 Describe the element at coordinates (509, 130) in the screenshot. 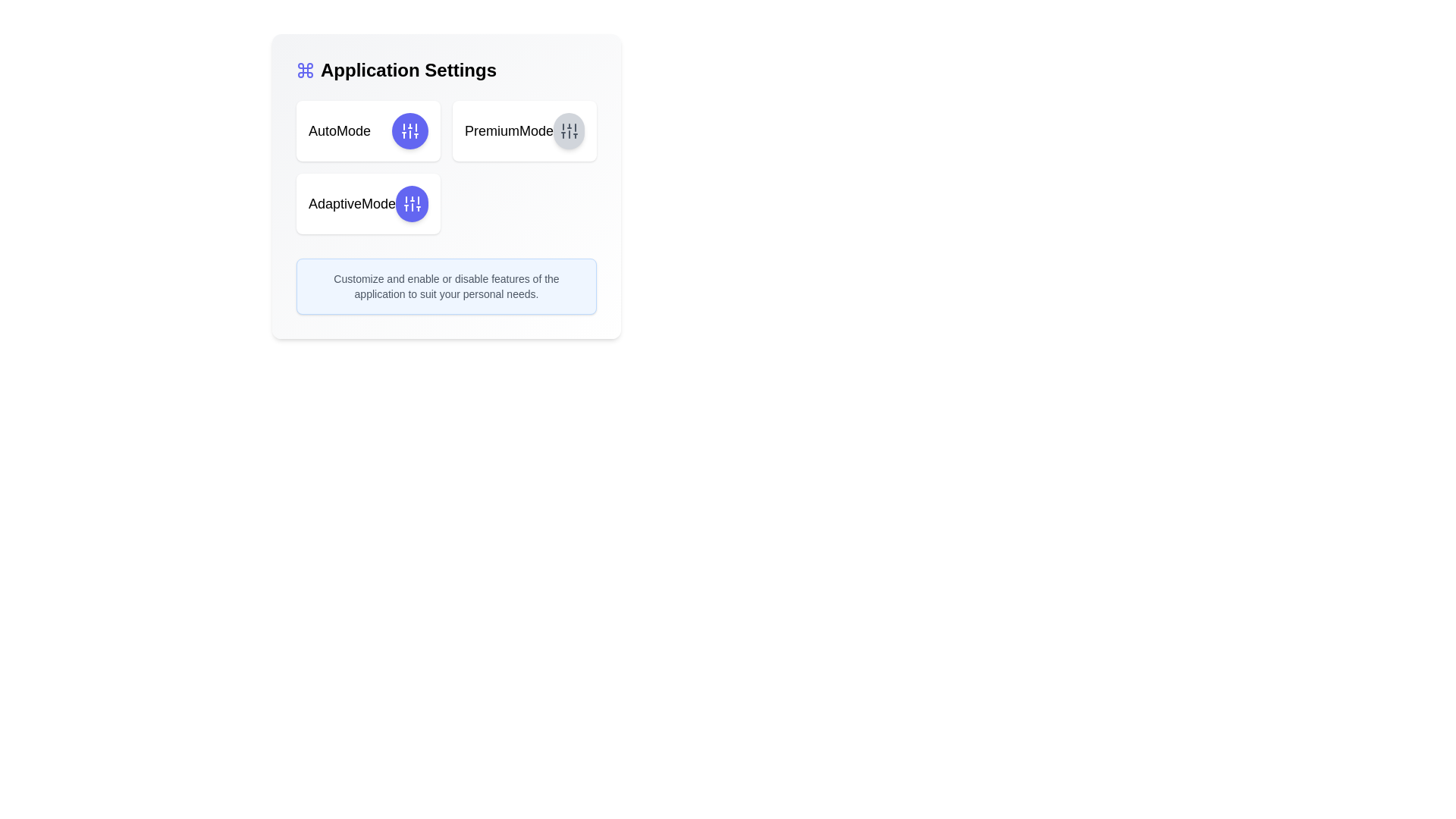

I see `the 'PremiumMode' text label located in the second card of the settings section, which is styled with a bold font and is positioned to the left of the sliders icon` at that location.